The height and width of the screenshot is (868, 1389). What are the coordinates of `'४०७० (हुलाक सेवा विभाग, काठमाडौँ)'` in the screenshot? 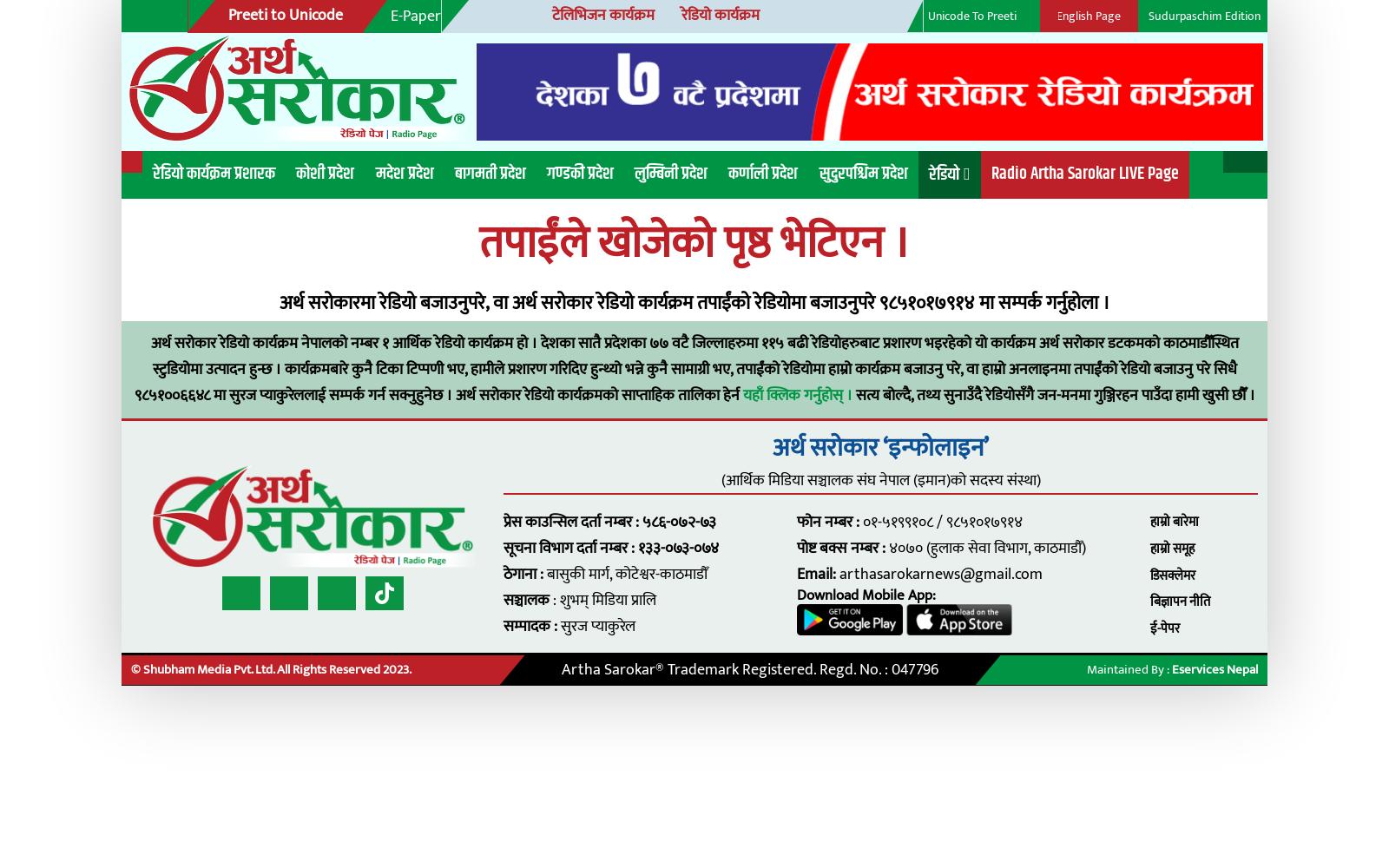 It's located at (804, 496).